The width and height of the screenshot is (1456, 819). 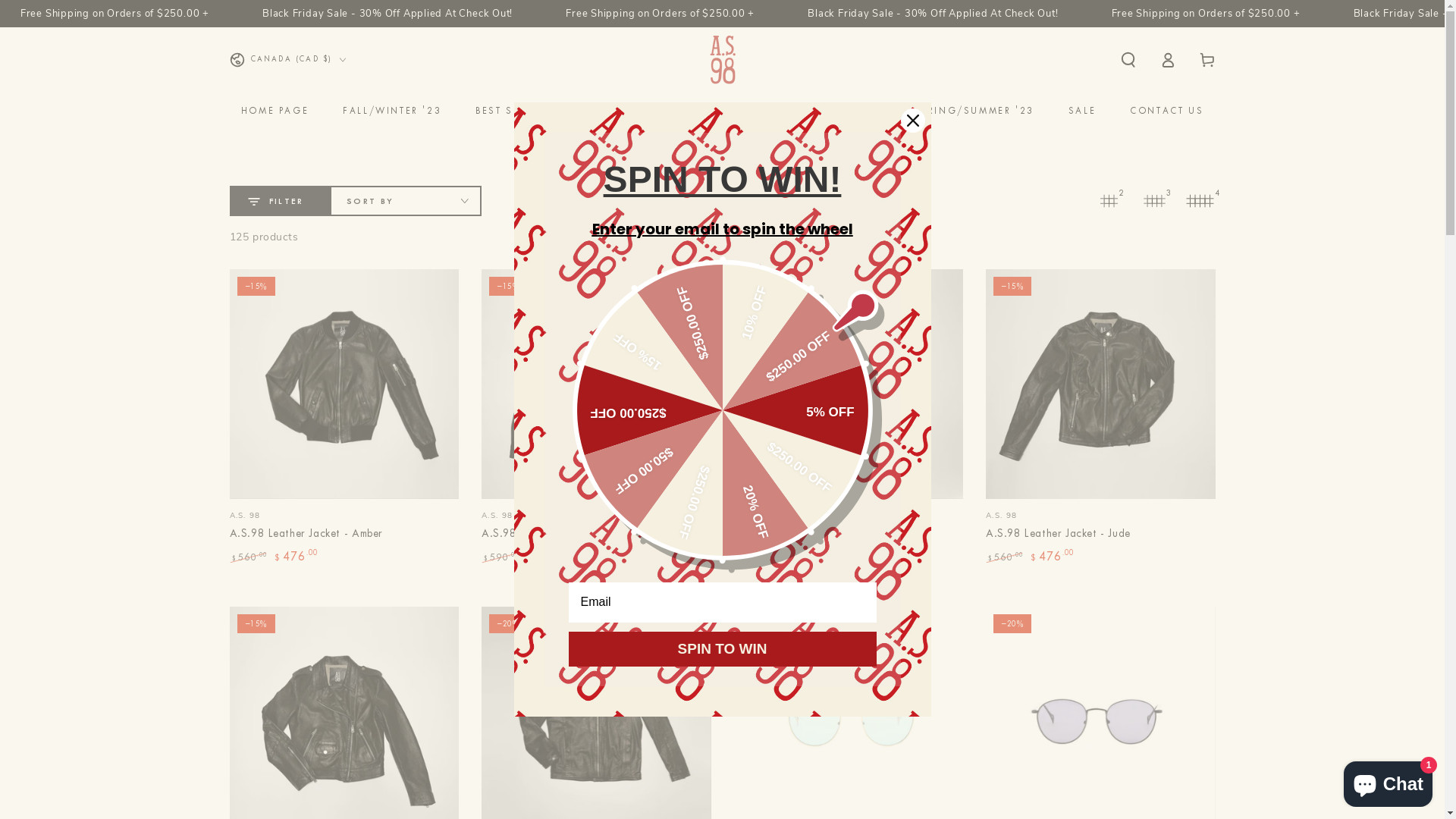 What do you see at coordinates (275, 109) in the screenshot?
I see `'HOME PAGE'` at bounding box center [275, 109].